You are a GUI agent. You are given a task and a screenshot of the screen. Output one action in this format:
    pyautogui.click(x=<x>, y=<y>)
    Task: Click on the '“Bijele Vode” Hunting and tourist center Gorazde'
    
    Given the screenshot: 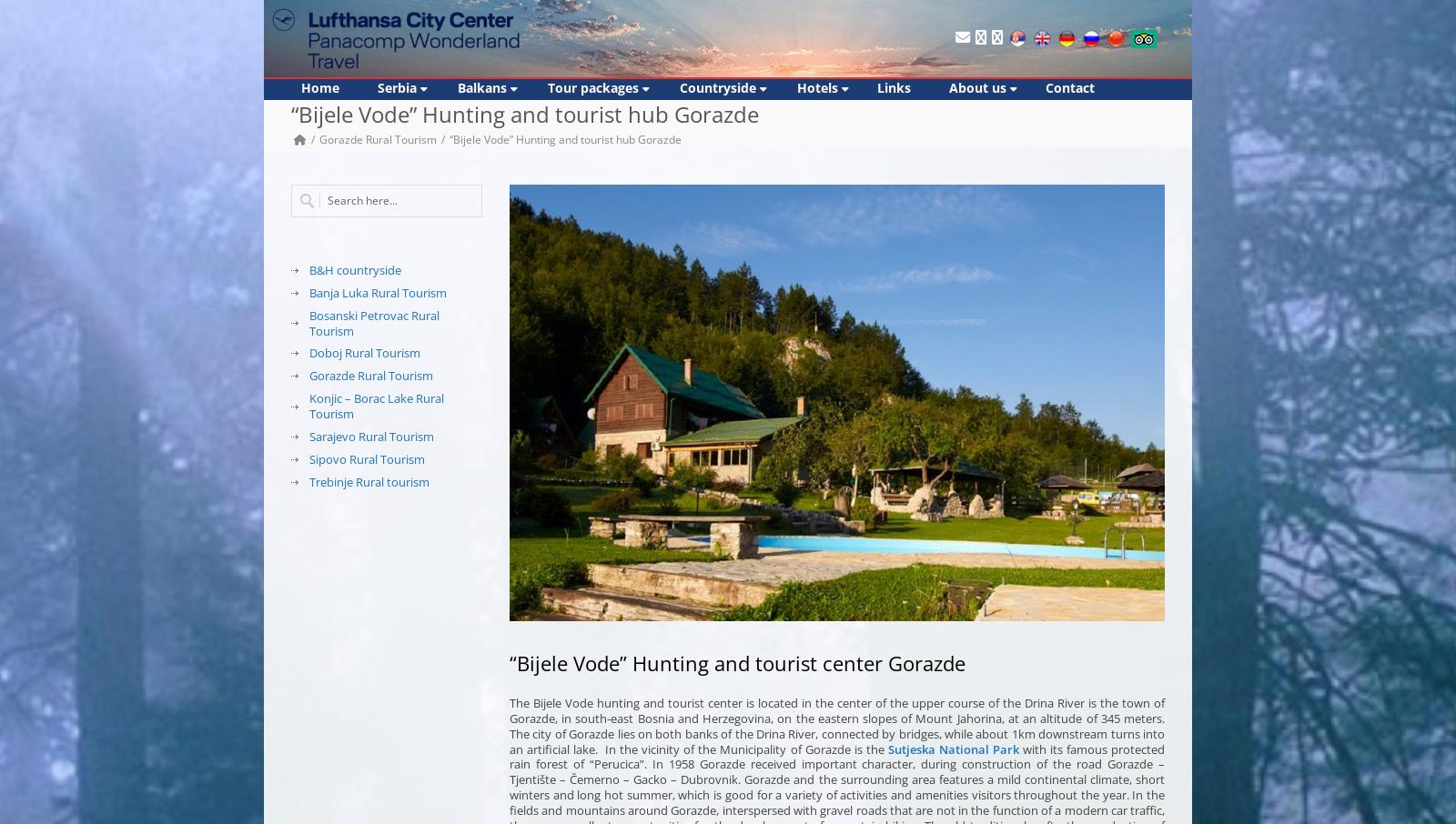 What is the action you would take?
    pyautogui.click(x=509, y=660)
    